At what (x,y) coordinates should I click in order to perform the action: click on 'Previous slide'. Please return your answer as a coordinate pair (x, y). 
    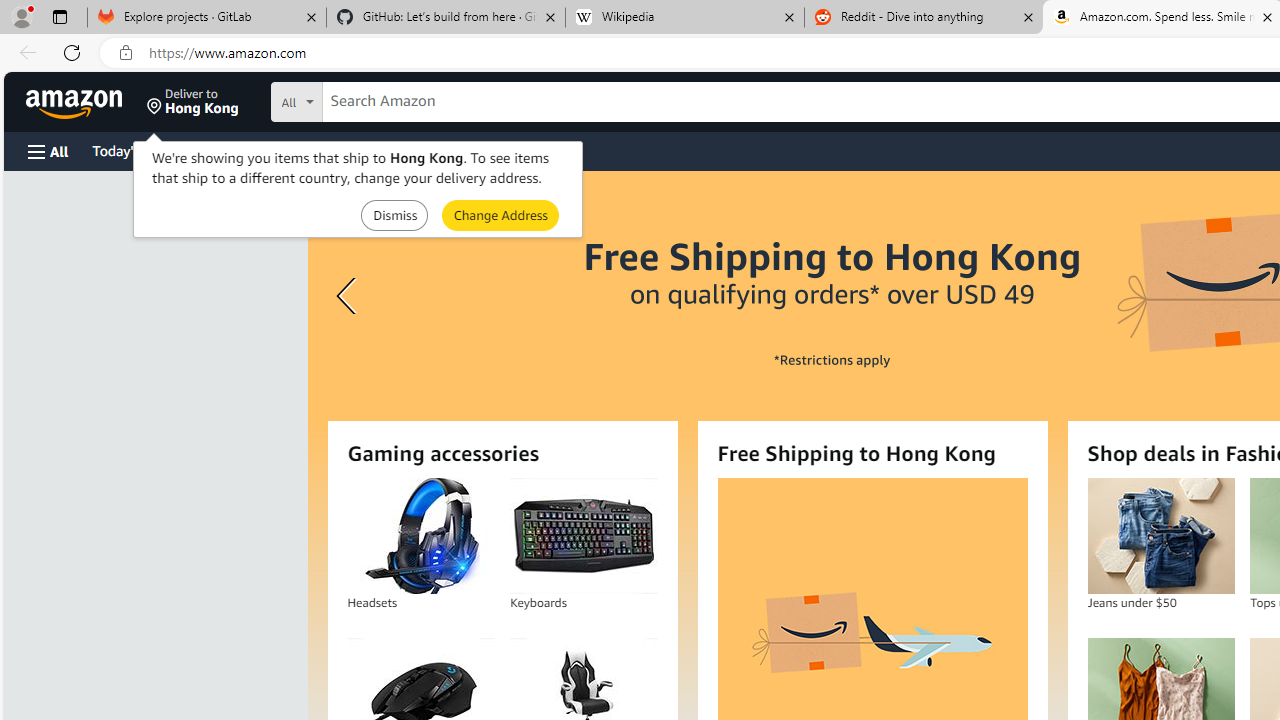
    Looking at the image, I should click on (349, 296).